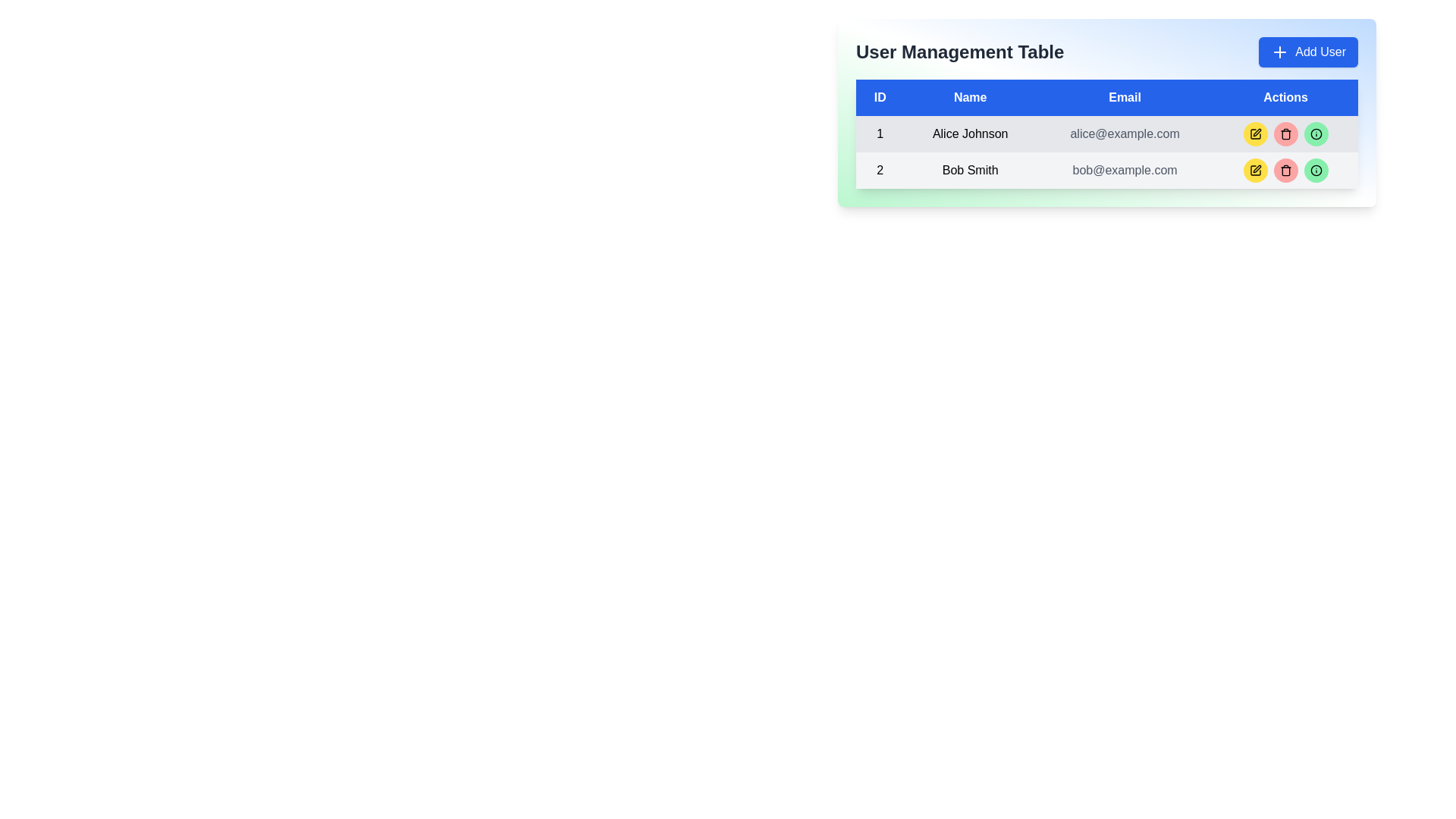 The width and height of the screenshot is (1456, 819). Describe the element at coordinates (1285, 170) in the screenshot. I see `the circular red delete button with a black trashcan symbol located under the 'Actions' column in the last row corresponding to user 'Bob Smith'` at that location.